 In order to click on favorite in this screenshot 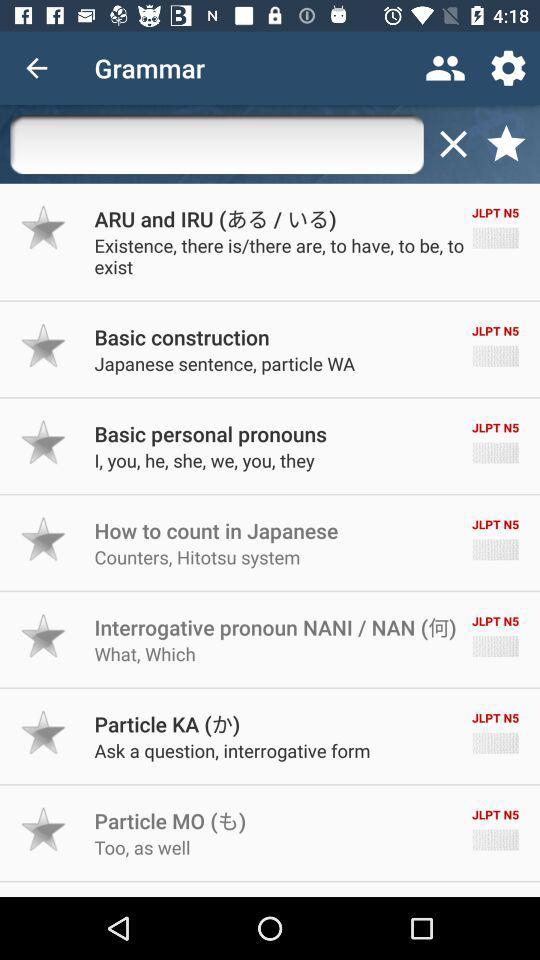, I will do `click(44, 731)`.